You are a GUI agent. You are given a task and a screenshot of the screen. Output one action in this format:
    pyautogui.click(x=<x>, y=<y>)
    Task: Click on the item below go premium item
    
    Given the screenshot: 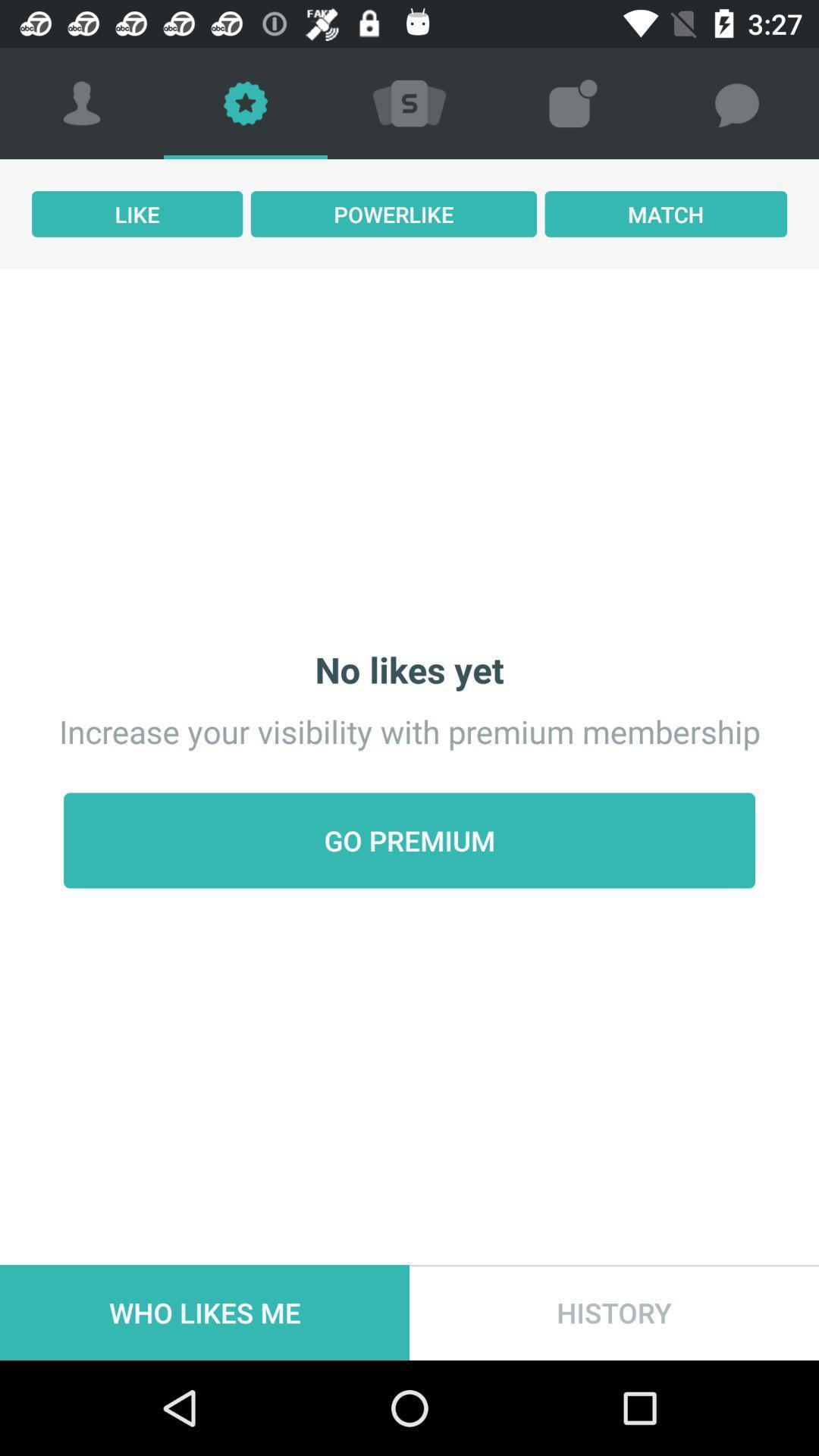 What is the action you would take?
    pyautogui.click(x=614, y=1312)
    